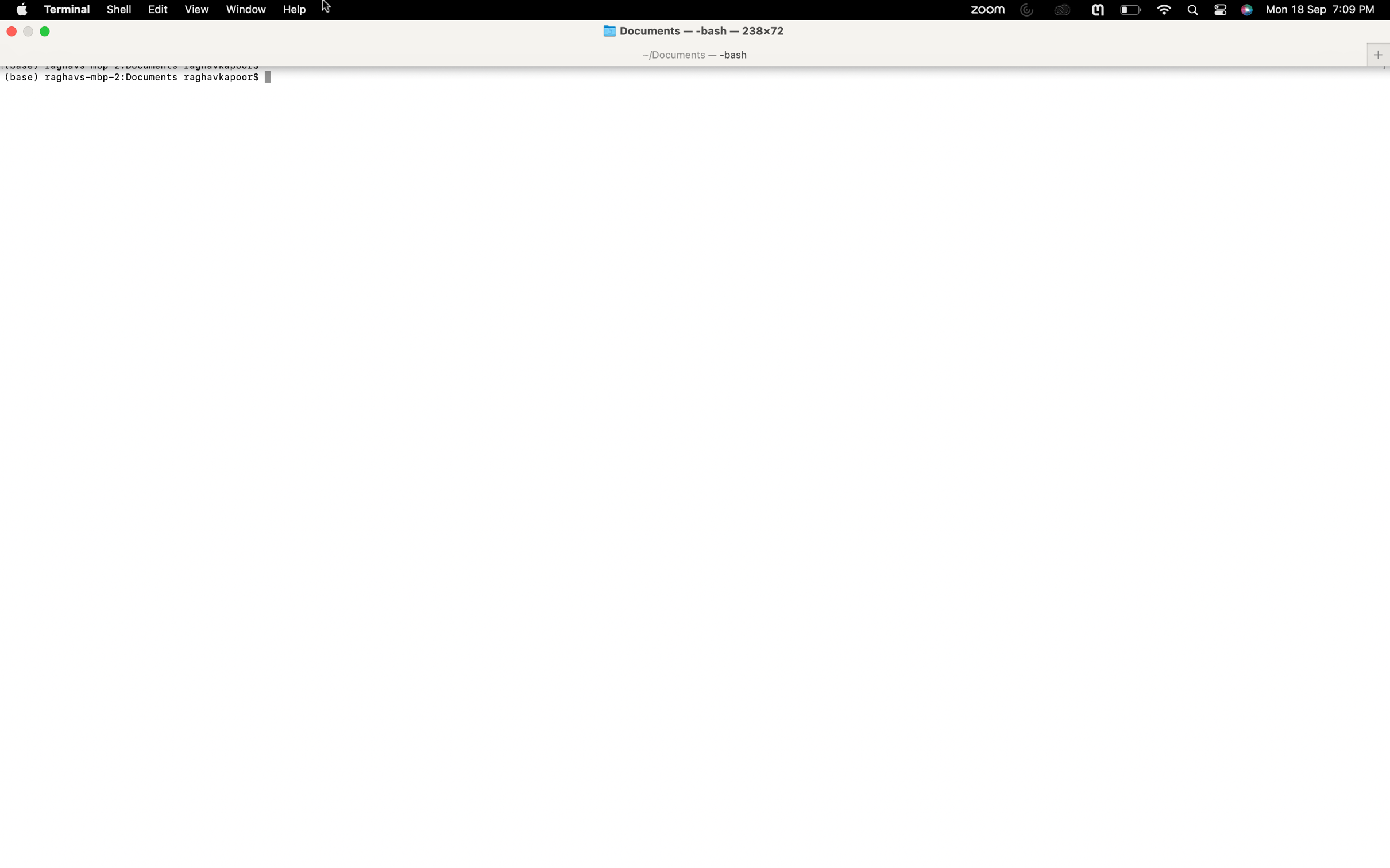 Image resolution: width=1390 pixels, height=868 pixels. I want to click on the font size in the shell options, so click(118, 9).